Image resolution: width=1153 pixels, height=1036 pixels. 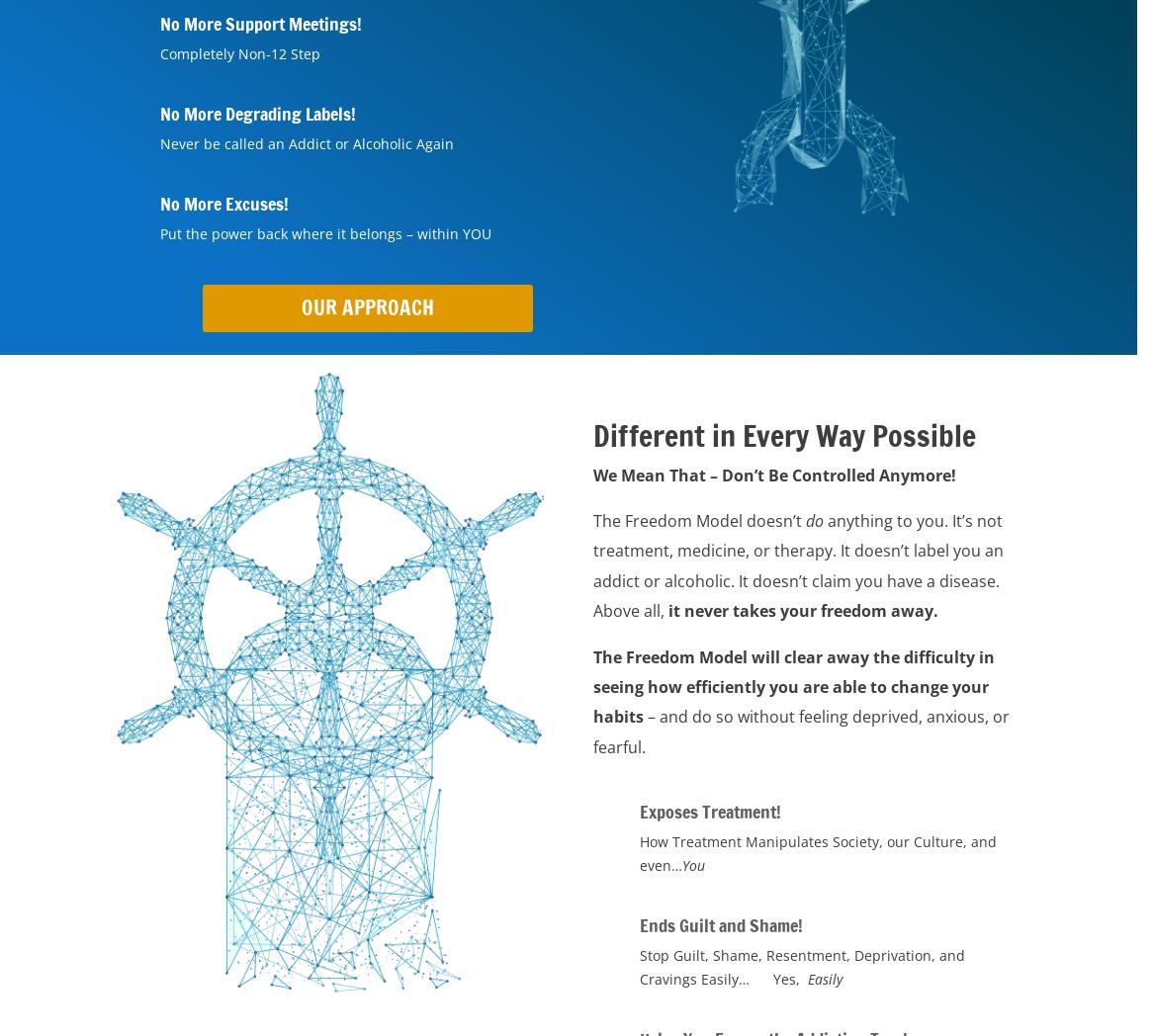 What do you see at coordinates (693, 864) in the screenshot?
I see `'You'` at bounding box center [693, 864].